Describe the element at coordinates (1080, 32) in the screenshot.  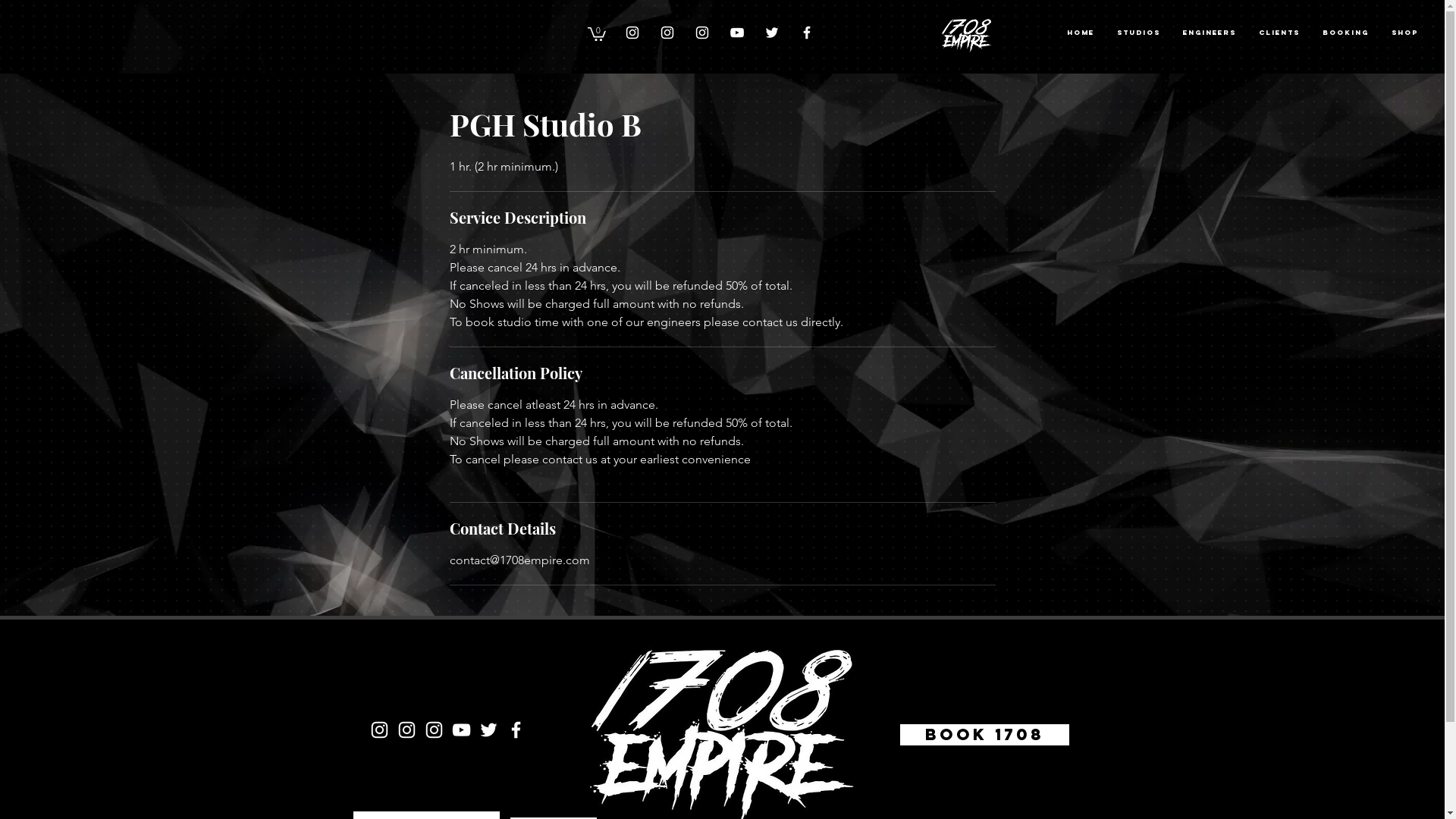
I see `'Home'` at that location.